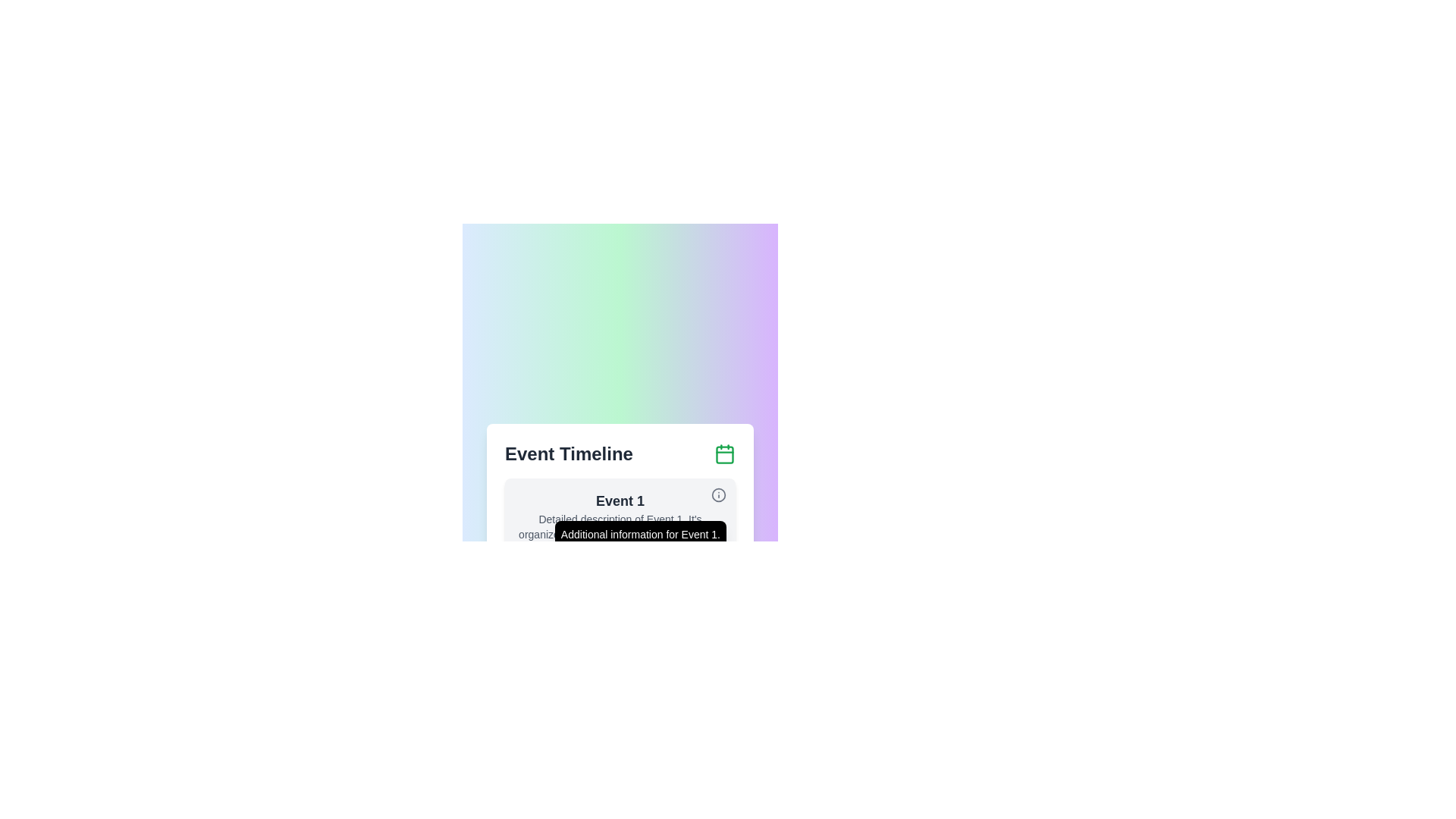 Image resolution: width=1456 pixels, height=819 pixels. Describe the element at coordinates (620, 453) in the screenshot. I see `the 'Event Timeline' header element that displays bold text and a calendar icon, located at the top of the event details section` at that location.